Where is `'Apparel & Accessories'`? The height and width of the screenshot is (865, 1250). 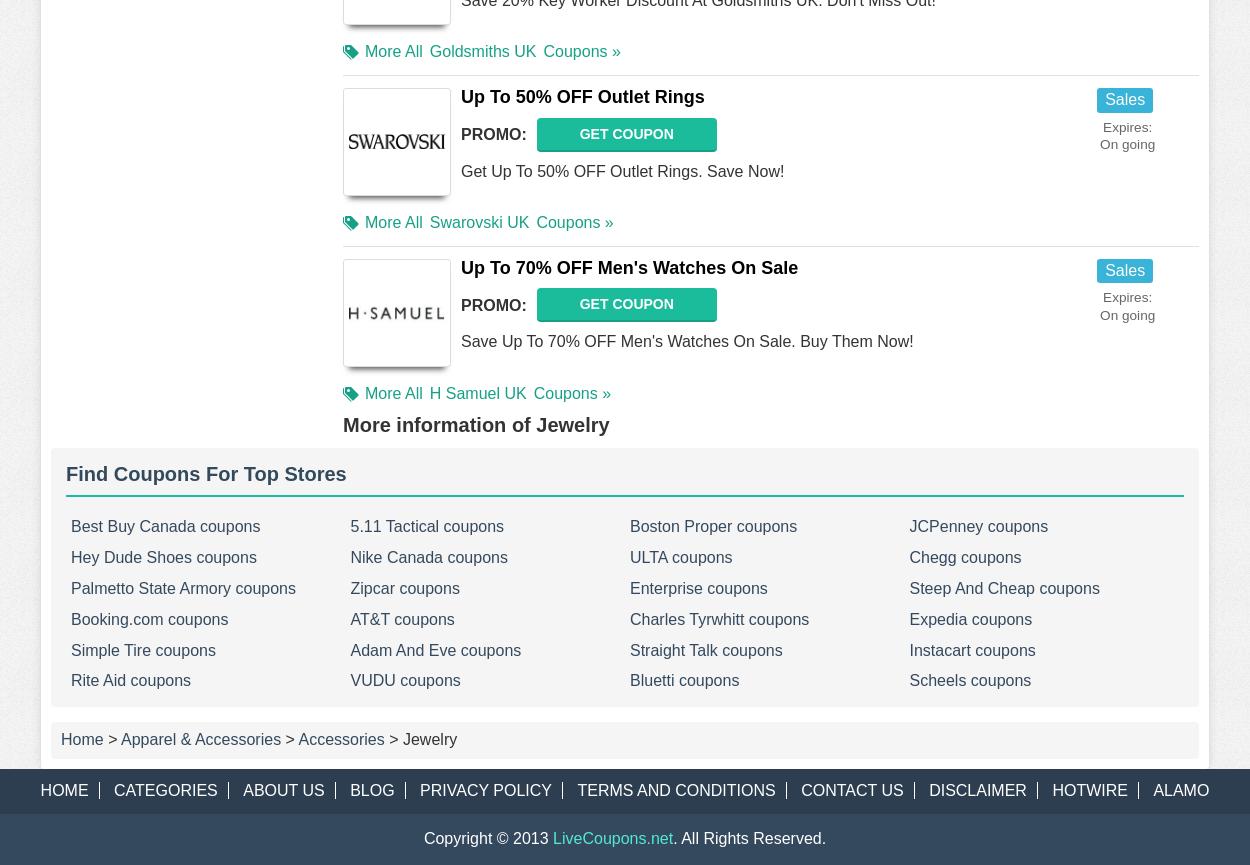
'Apparel & Accessories' is located at coordinates (200, 738).